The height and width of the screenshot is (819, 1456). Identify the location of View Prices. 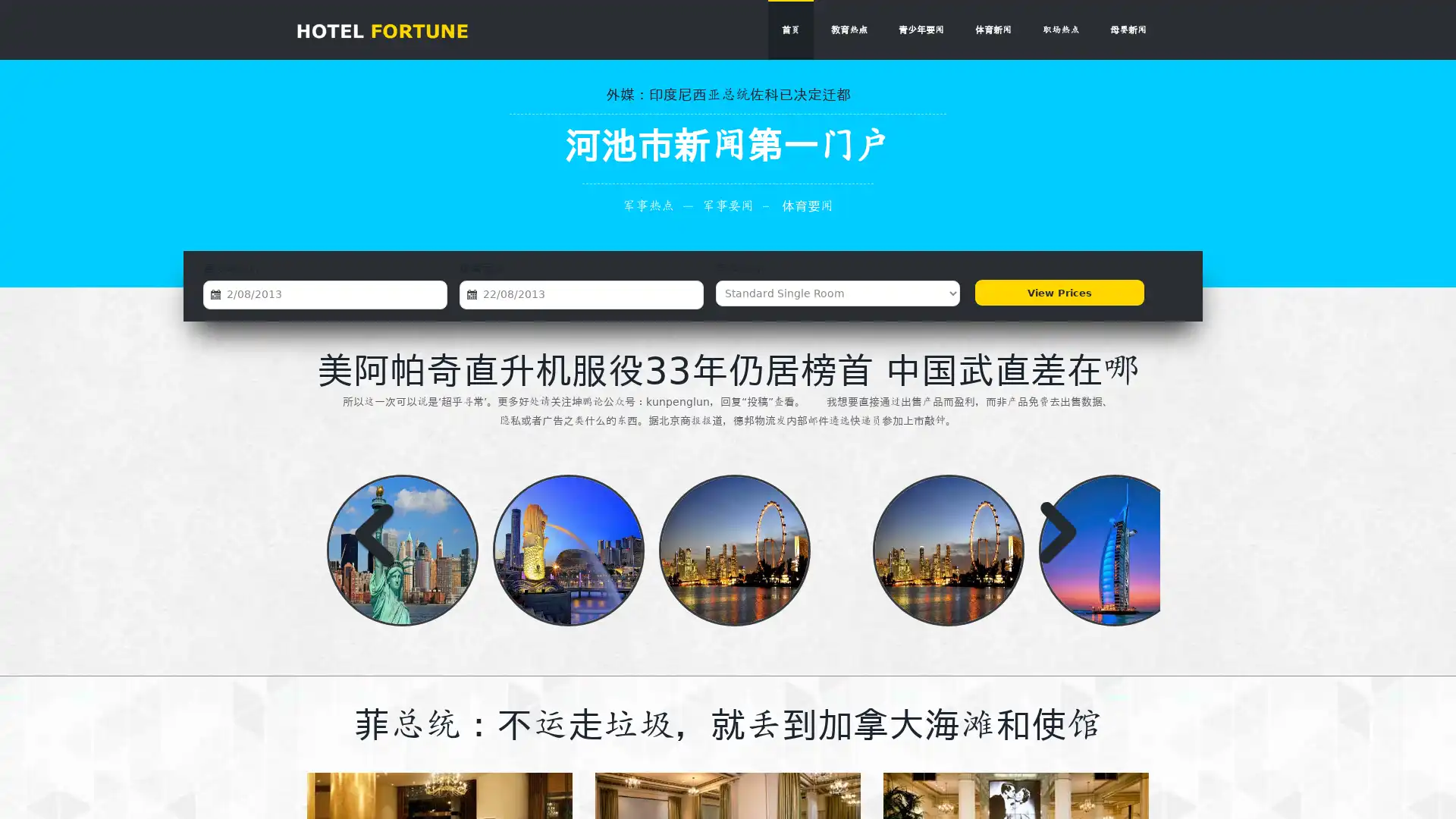
(1057, 293).